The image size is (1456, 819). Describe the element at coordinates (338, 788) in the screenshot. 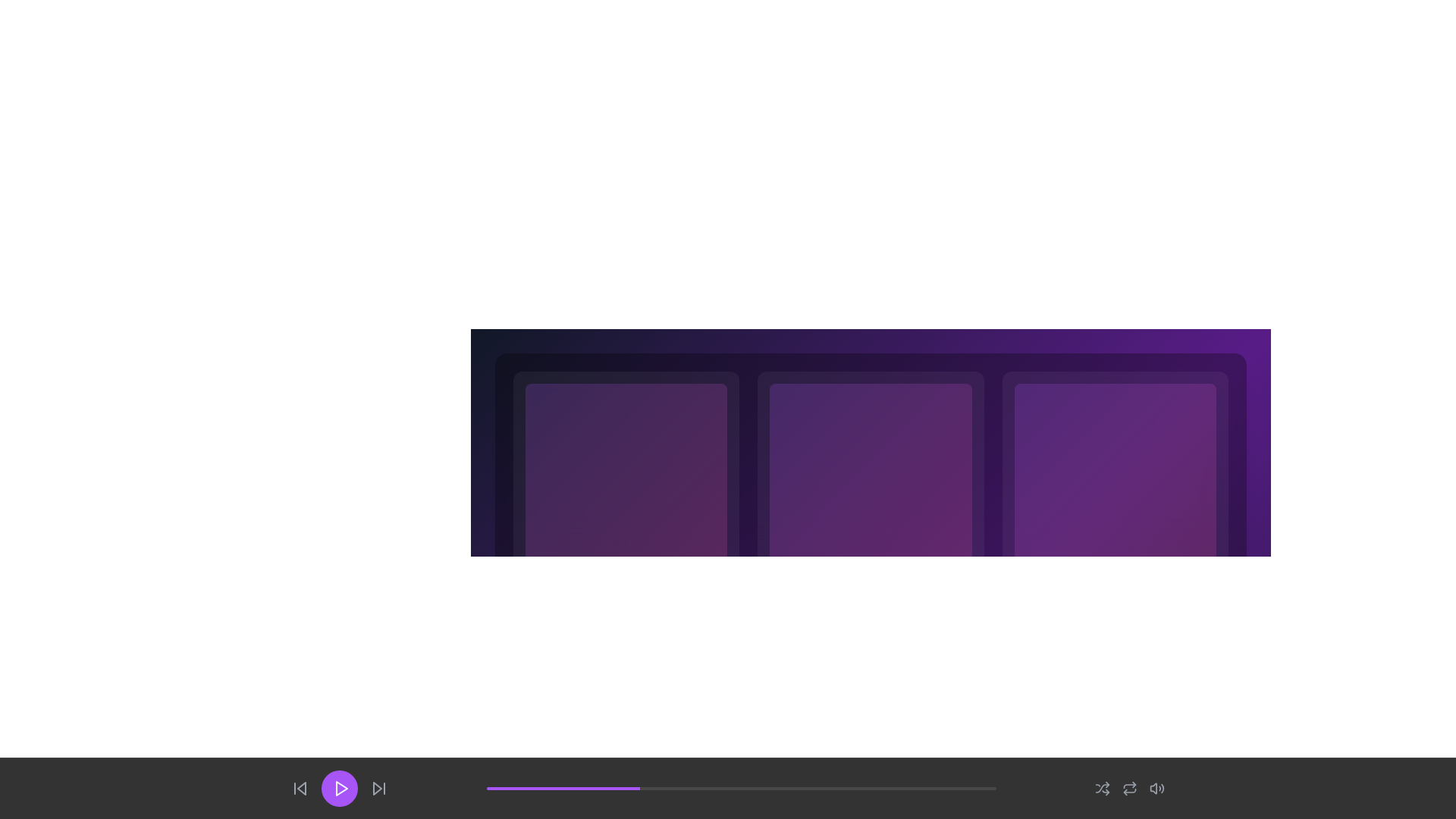

I see `the play button located centrally along the bottom toolbar of the interface` at that location.